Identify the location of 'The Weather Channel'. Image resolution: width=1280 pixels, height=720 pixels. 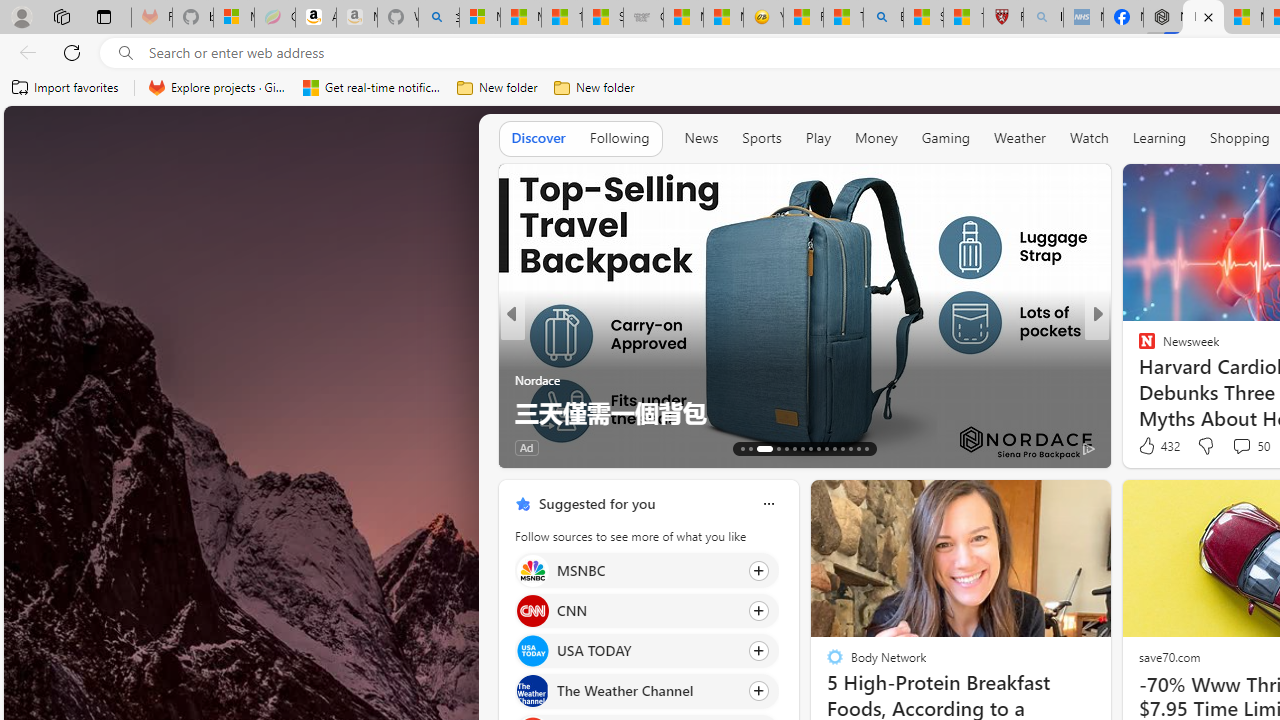
(532, 690).